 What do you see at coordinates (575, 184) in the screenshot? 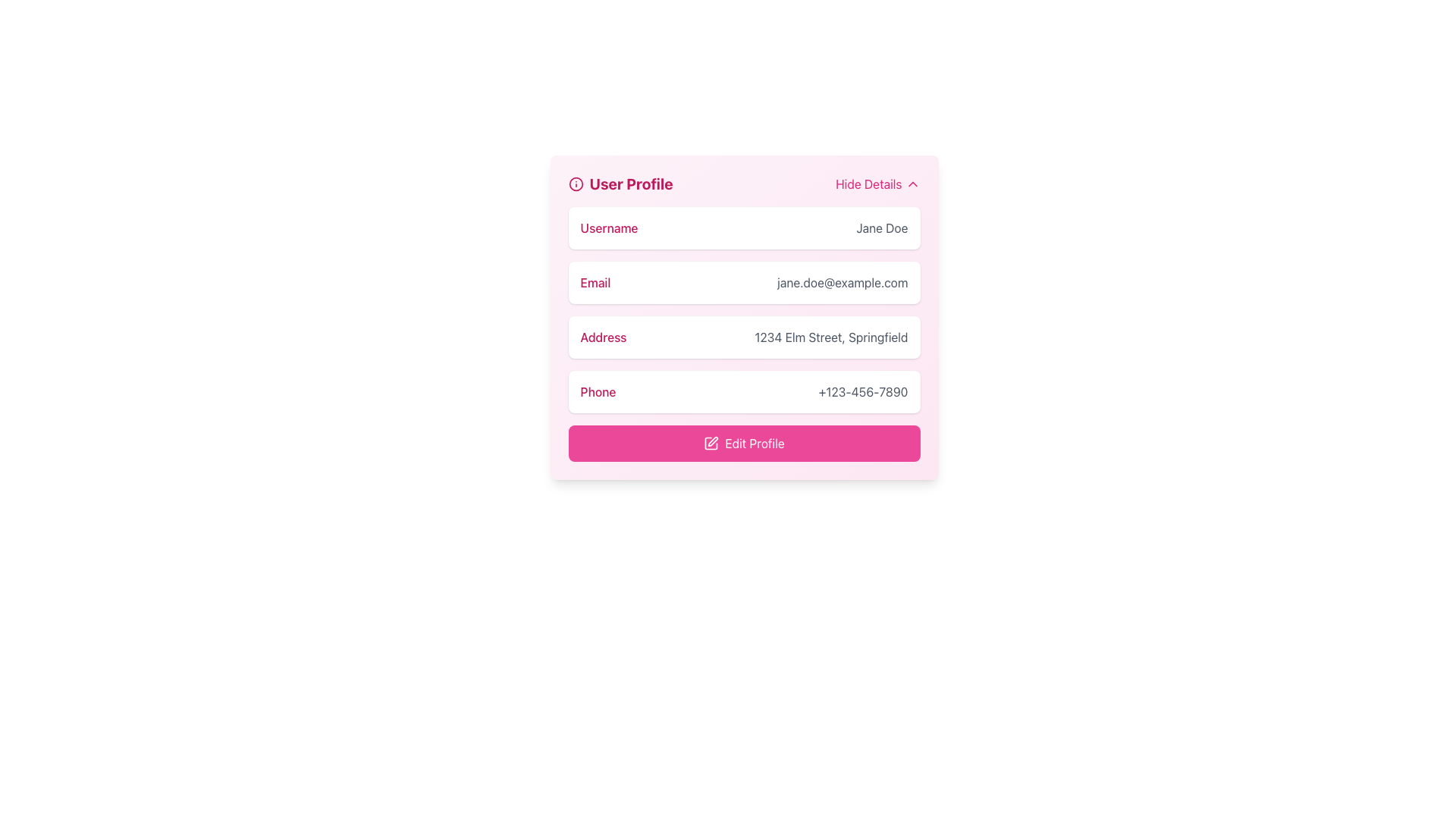
I see `the information icon located to the left of the 'User Profile' text in the application's header` at bounding box center [575, 184].